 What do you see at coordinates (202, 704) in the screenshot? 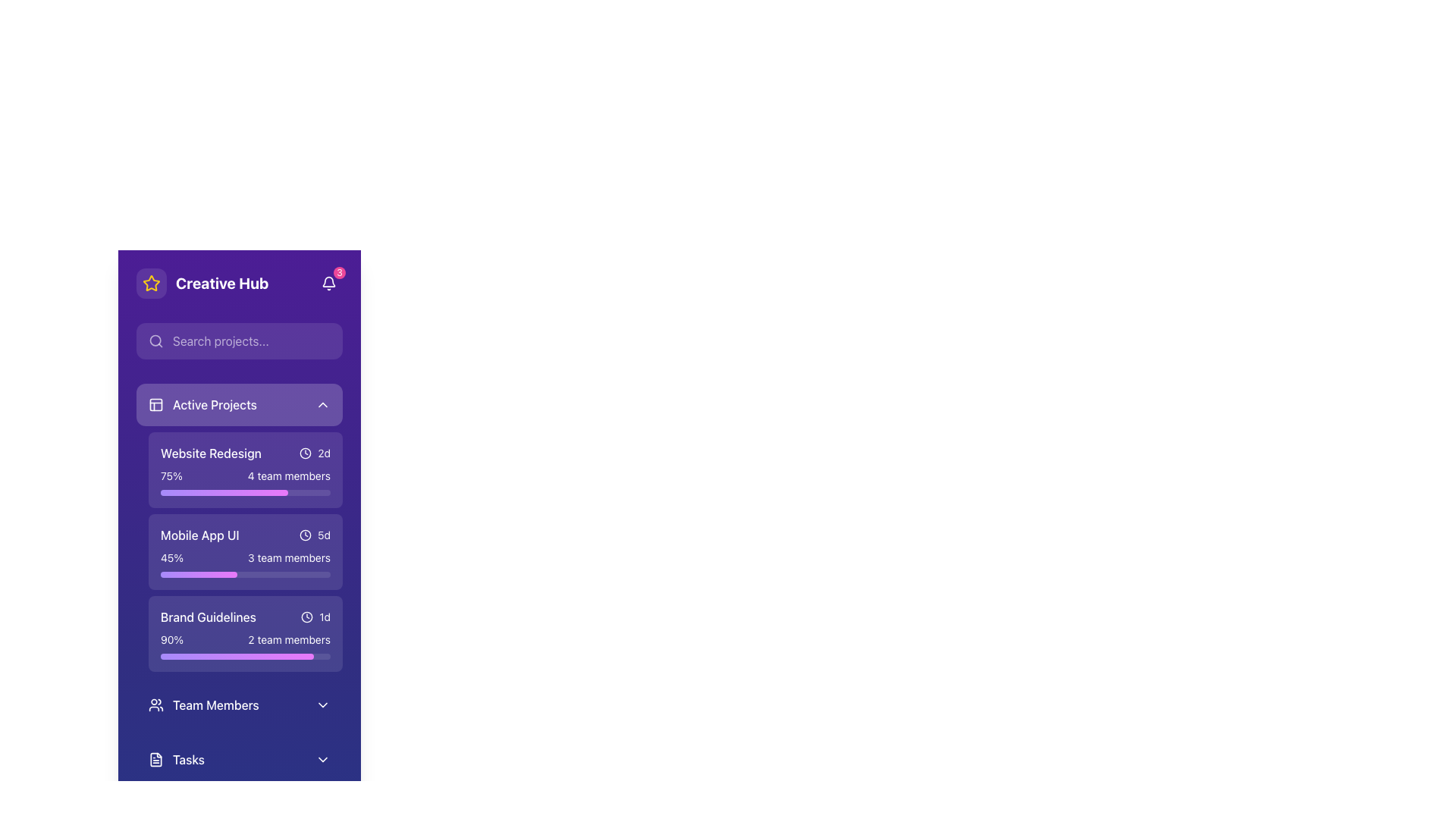
I see `the 'Team Members' Icon-text button, which features an icon of a group of people followed by the text in bold` at bounding box center [202, 704].